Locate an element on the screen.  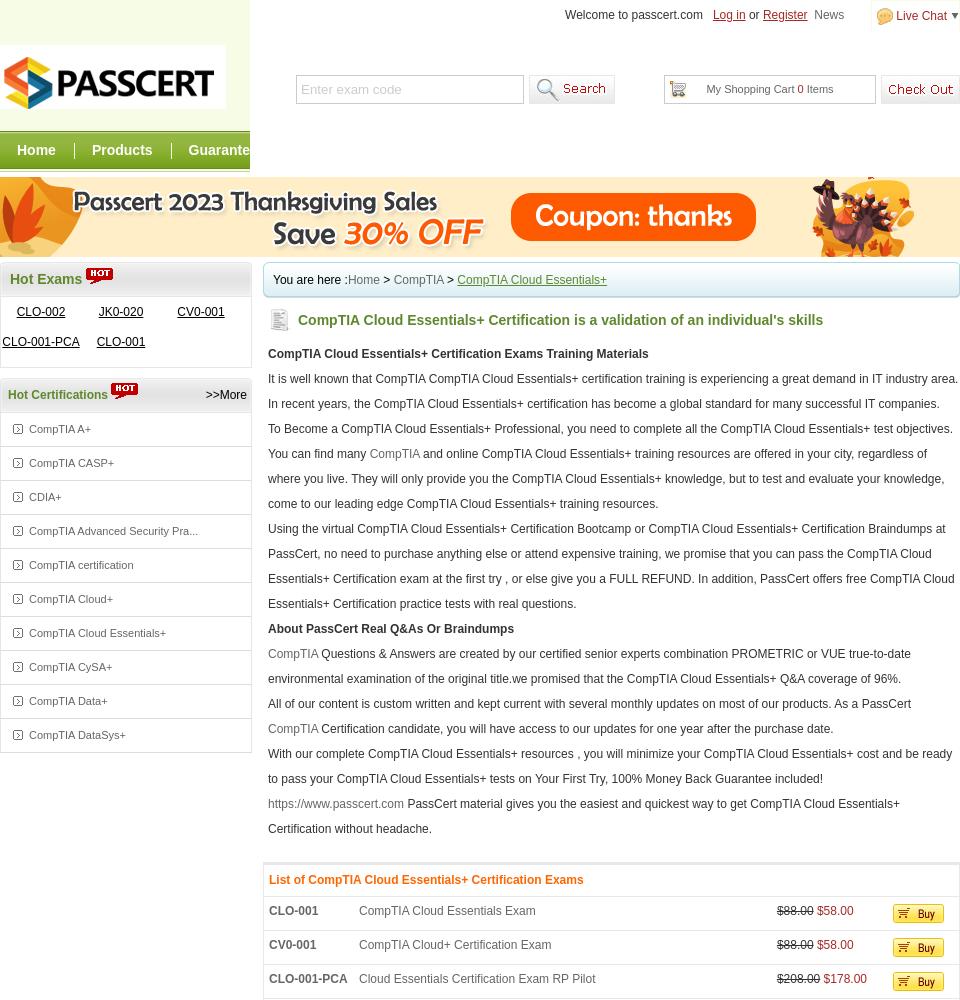
'CompTIA CySA+' is located at coordinates (70, 667).